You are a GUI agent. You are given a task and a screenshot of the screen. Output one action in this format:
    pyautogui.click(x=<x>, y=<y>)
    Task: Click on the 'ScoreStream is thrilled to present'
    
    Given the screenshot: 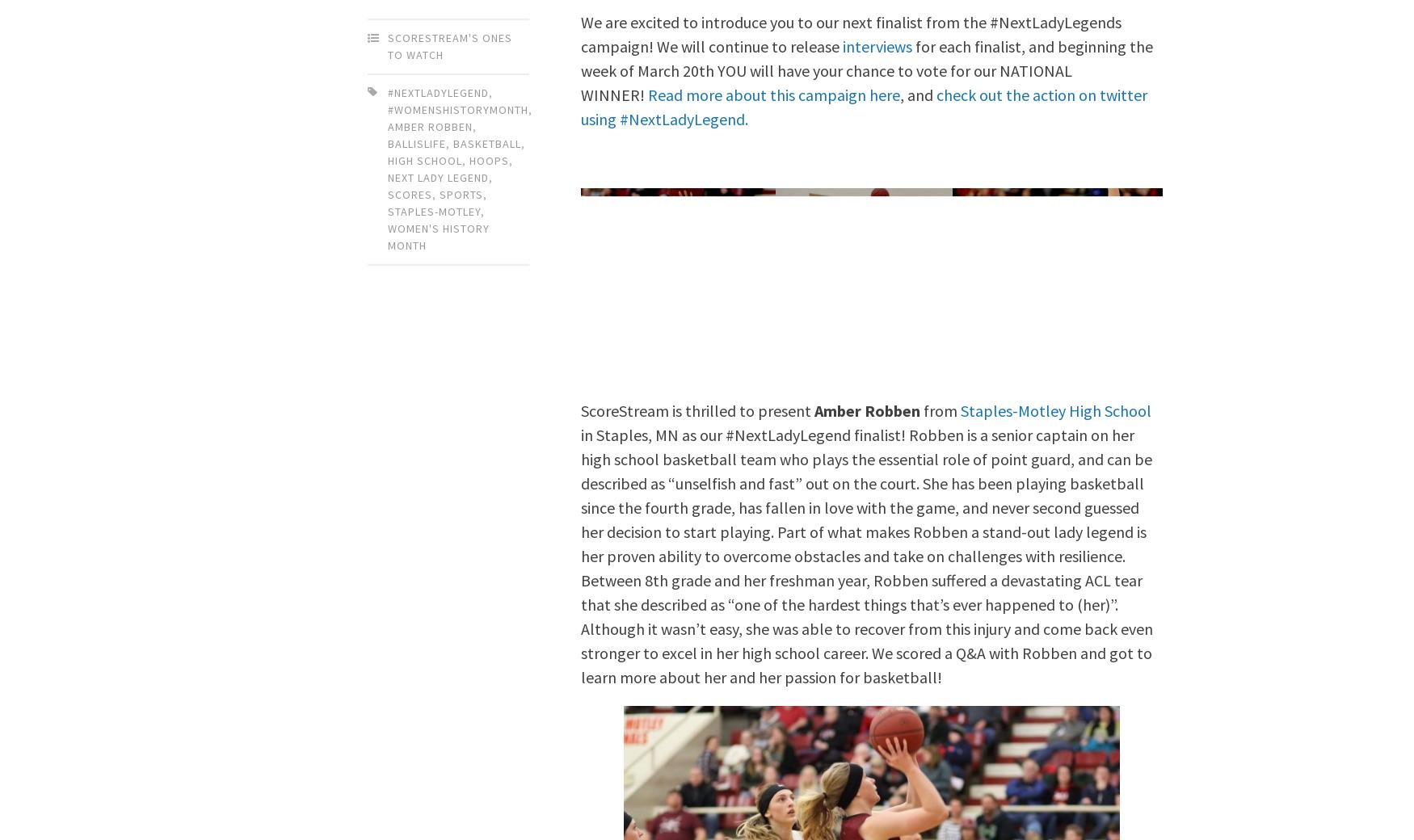 What is the action you would take?
    pyautogui.click(x=697, y=409)
    